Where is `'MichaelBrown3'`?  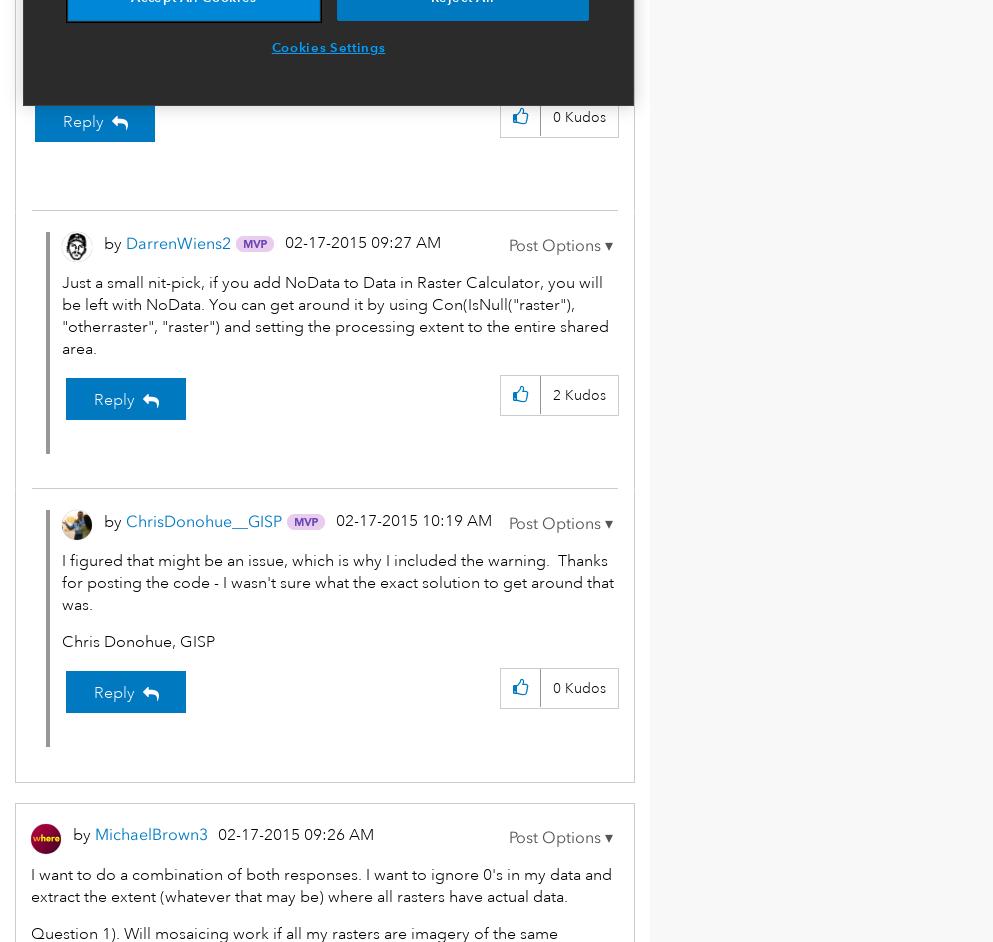 'MichaelBrown3' is located at coordinates (94, 833).